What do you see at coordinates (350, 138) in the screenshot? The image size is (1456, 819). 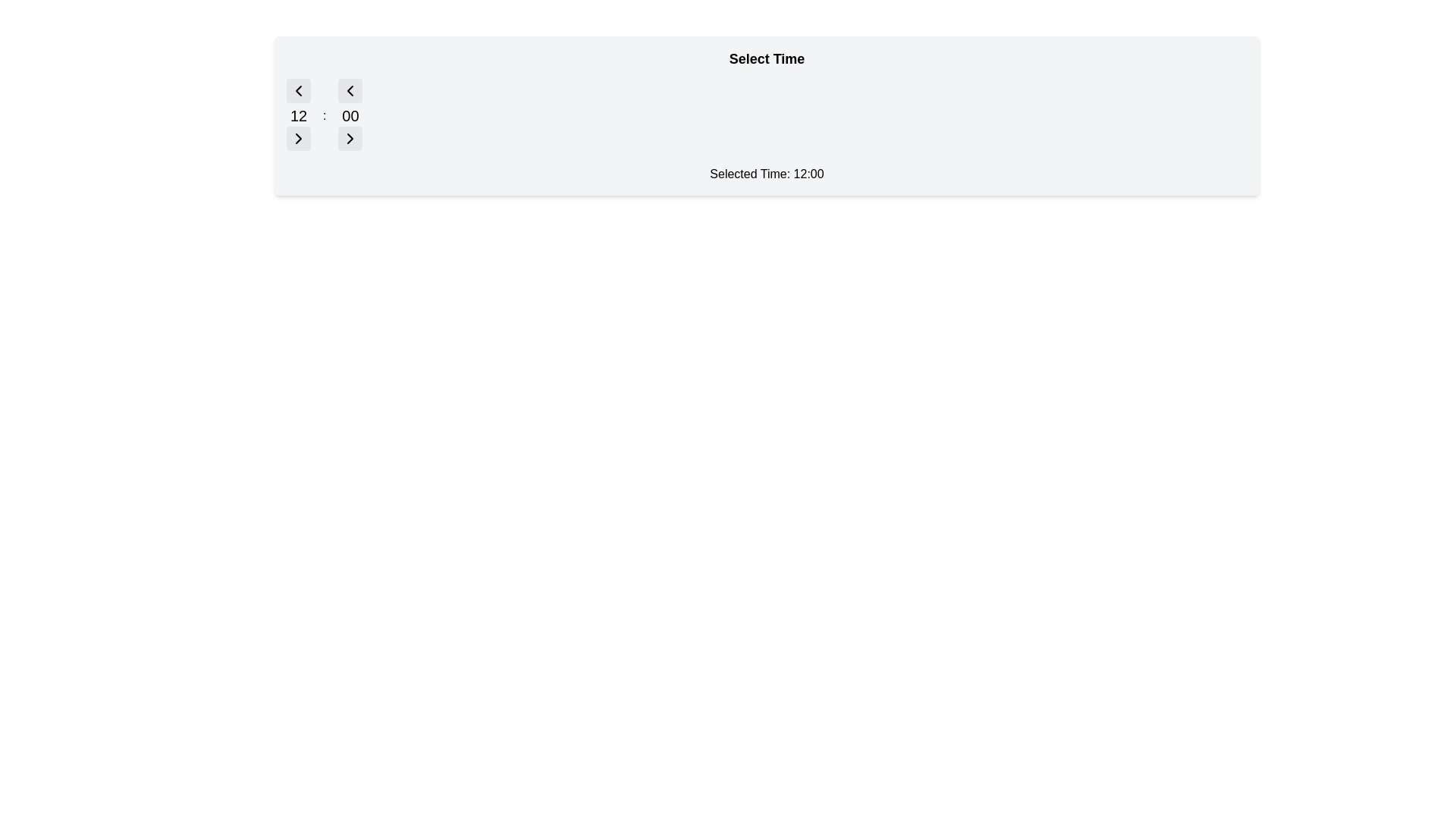 I see `the right-pointing chevron-like arrow icon within the square button at the bottom of the control panel` at bounding box center [350, 138].